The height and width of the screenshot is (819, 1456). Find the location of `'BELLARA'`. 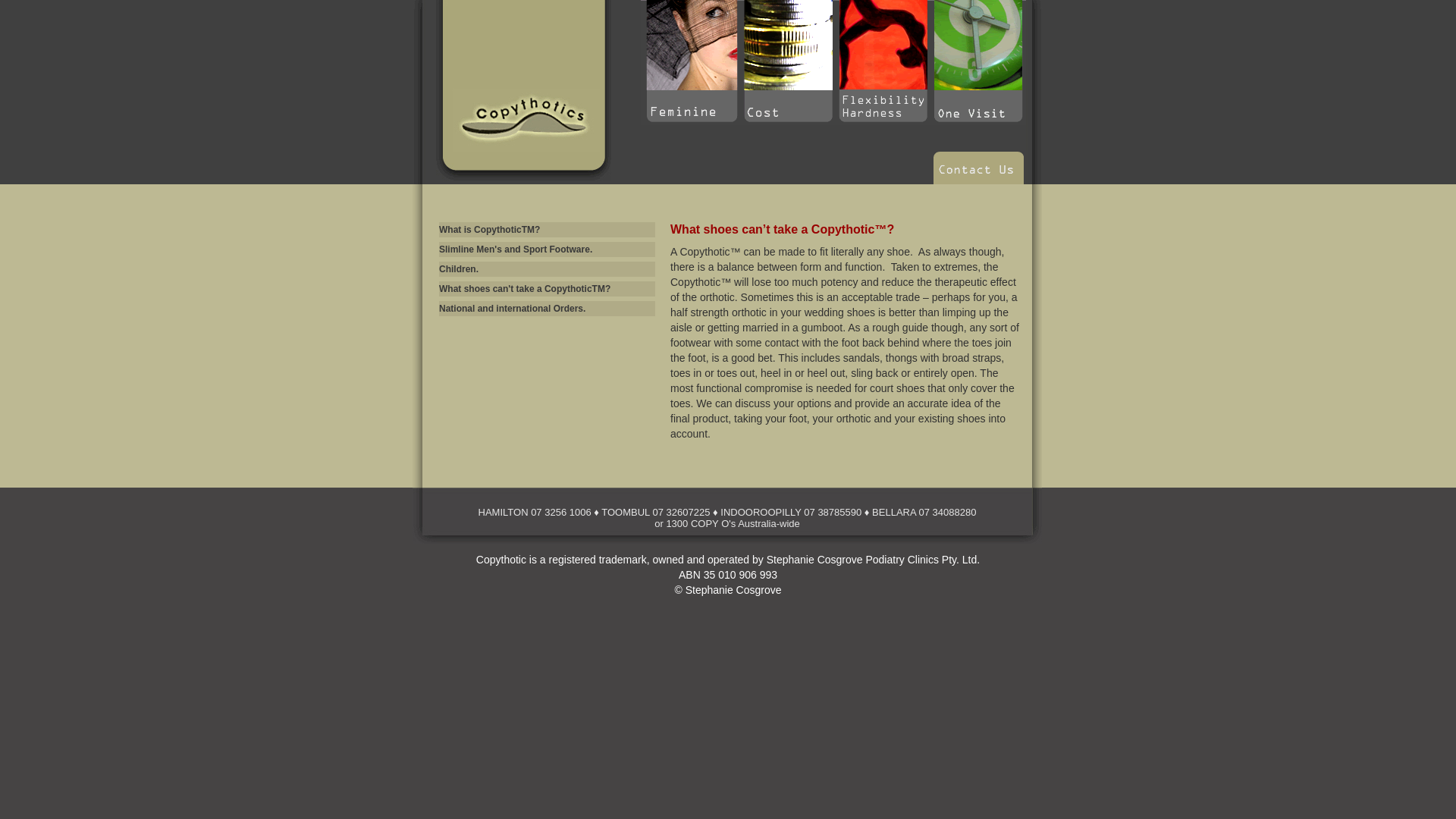

'BELLARA' is located at coordinates (894, 512).